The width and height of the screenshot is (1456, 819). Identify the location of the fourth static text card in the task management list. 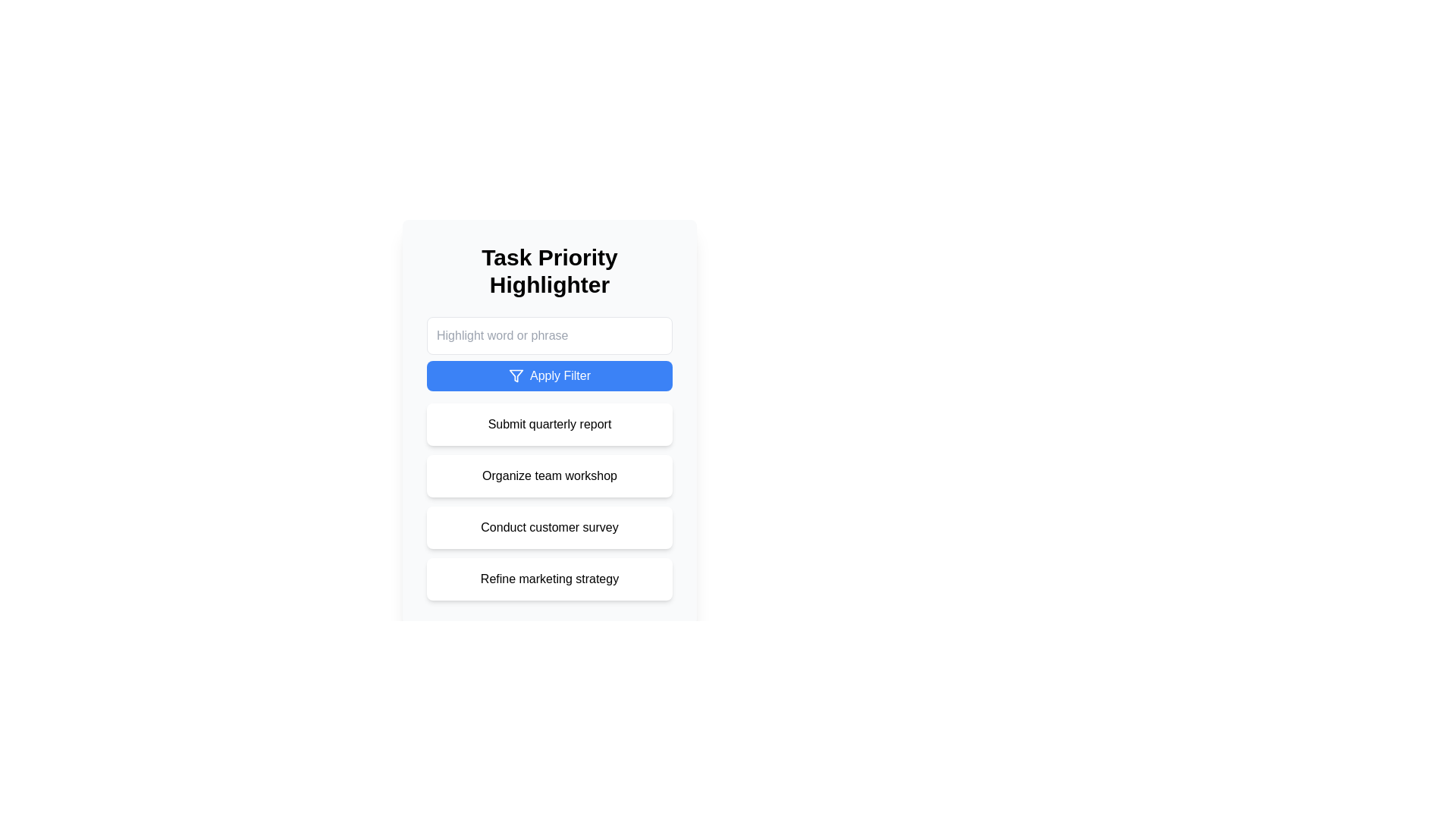
(548, 579).